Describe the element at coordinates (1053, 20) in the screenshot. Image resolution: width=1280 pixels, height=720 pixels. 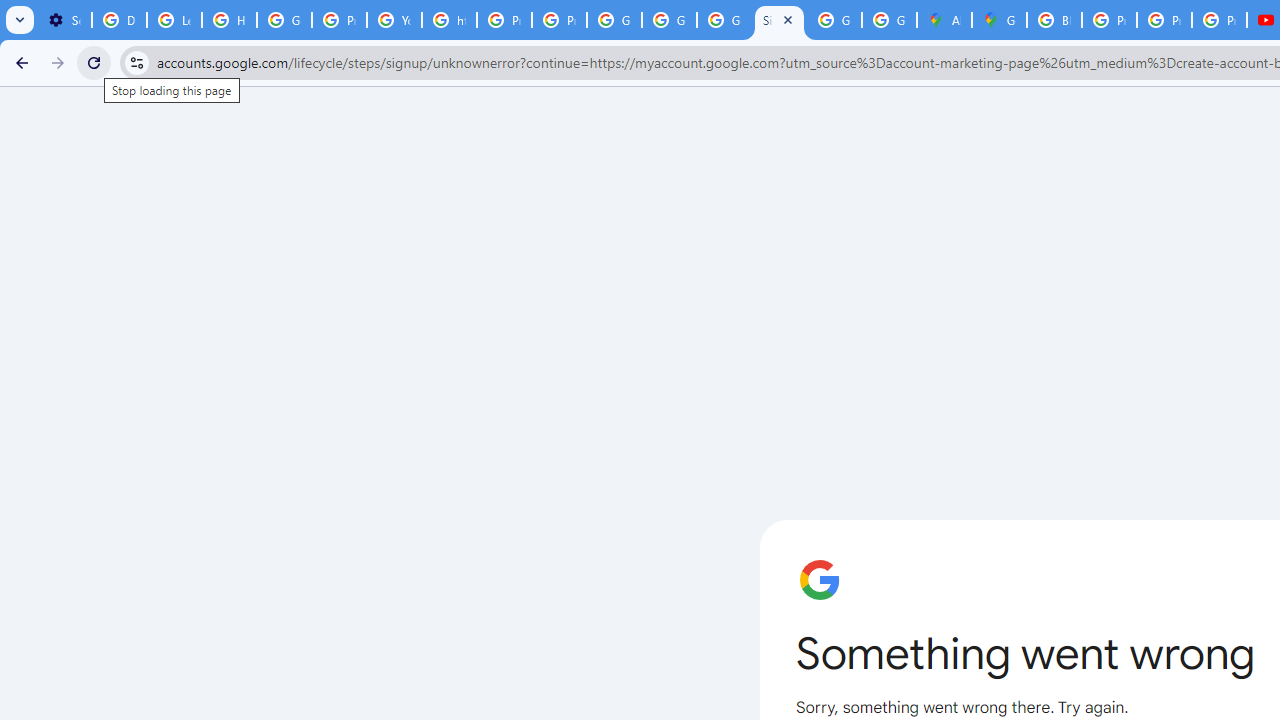
I see `'Blogger Policies and Guidelines - Transparency Center'` at that location.